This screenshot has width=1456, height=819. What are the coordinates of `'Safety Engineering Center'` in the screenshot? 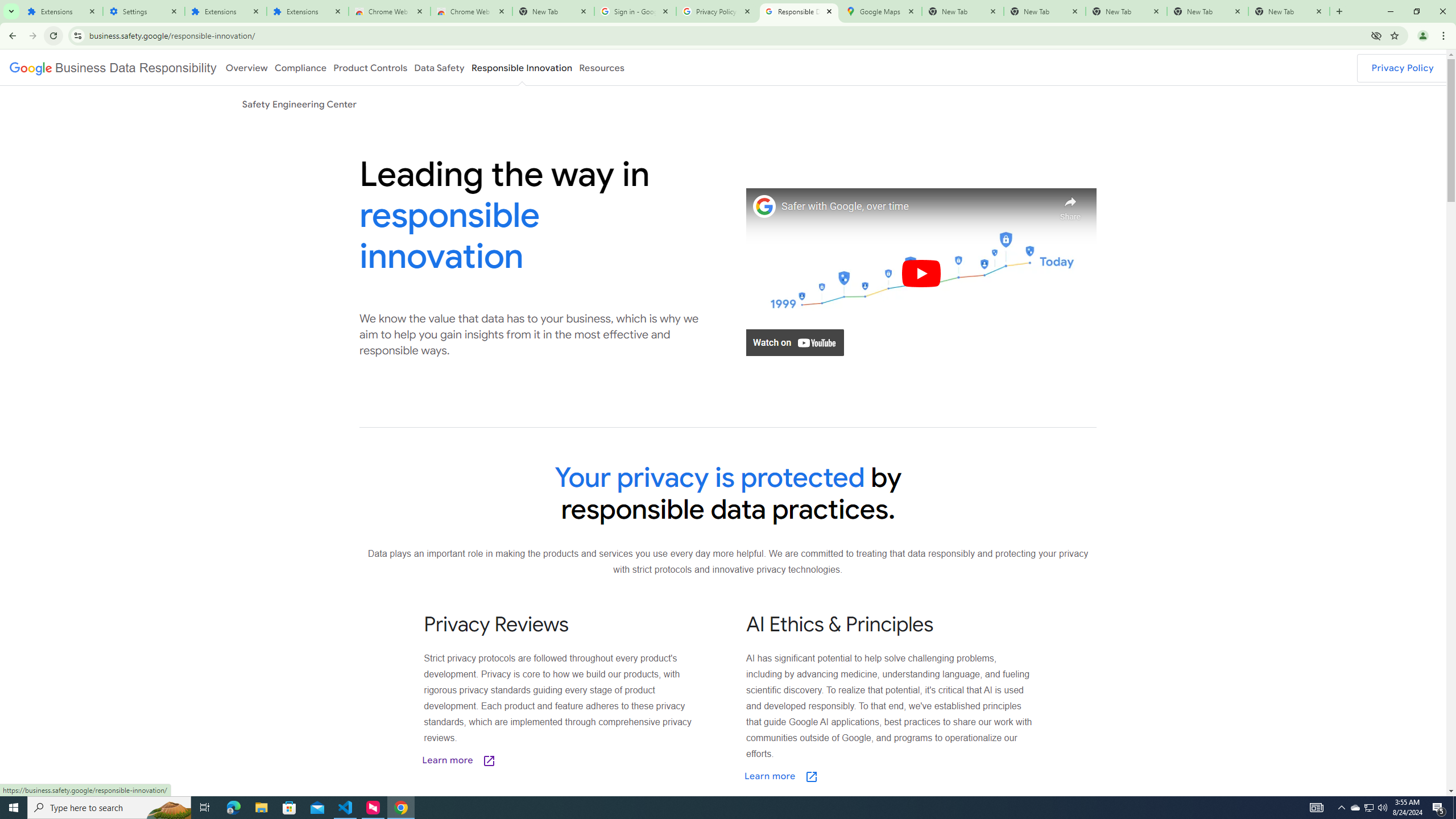 It's located at (299, 103).